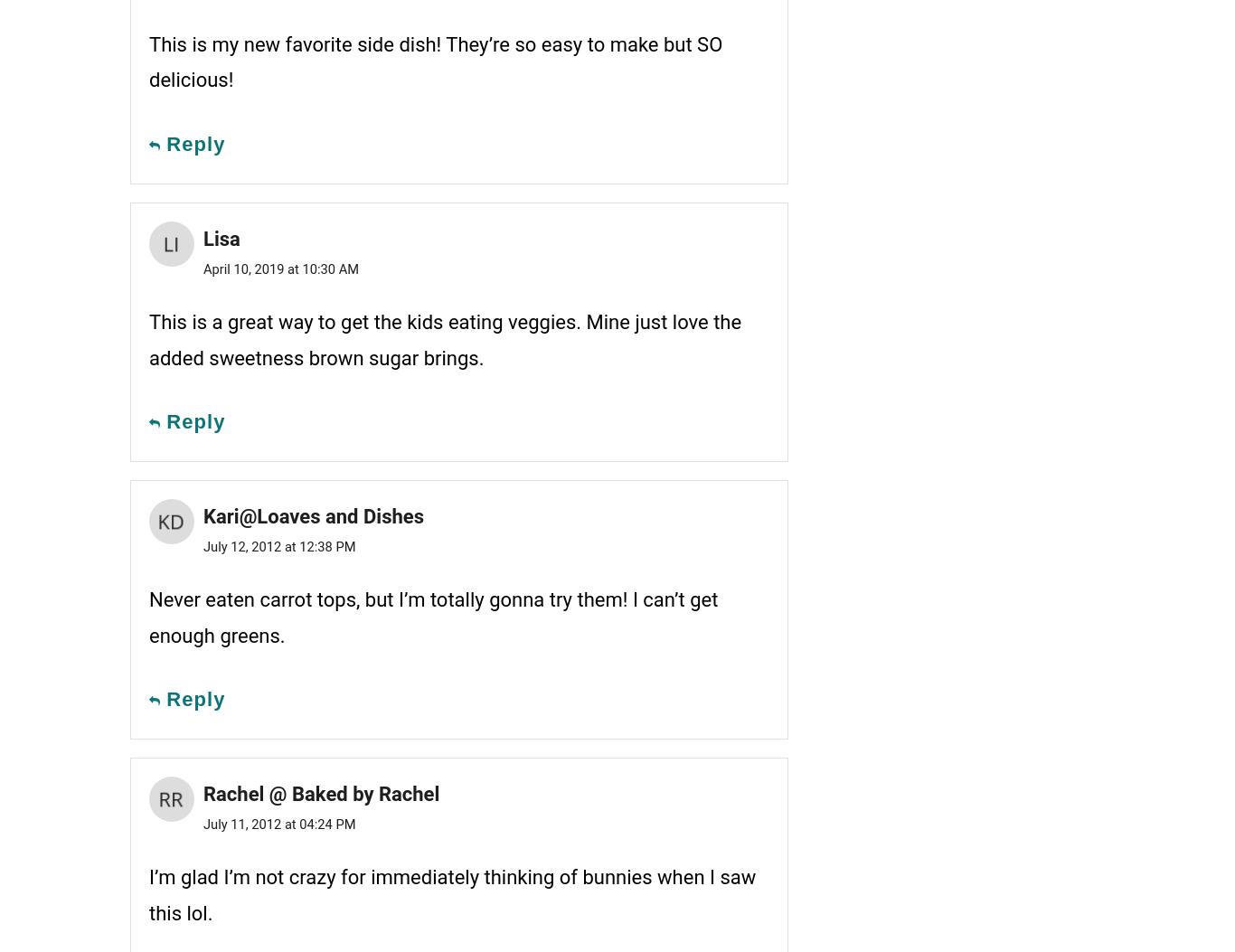  I want to click on 'Rachel @ Baked by Rachel', so click(320, 794).